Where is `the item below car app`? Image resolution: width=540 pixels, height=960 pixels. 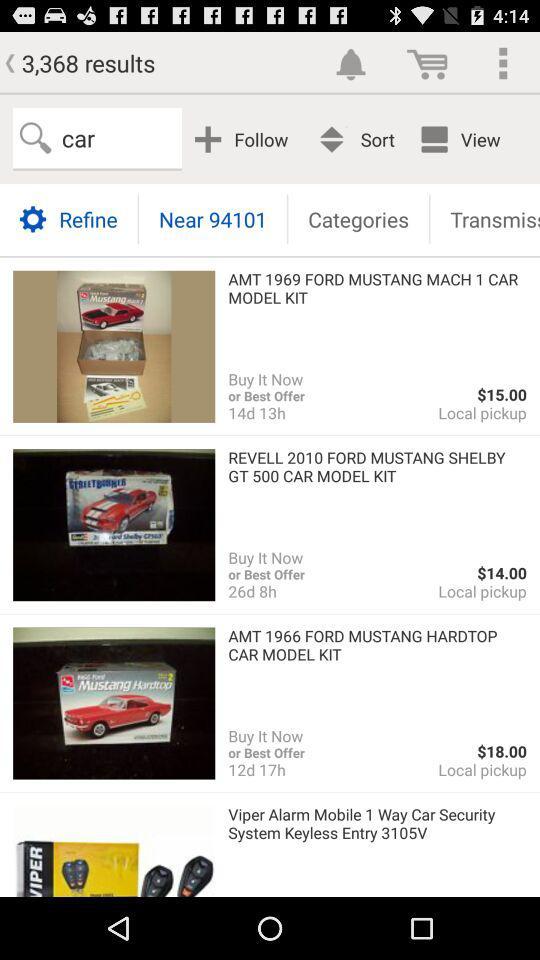 the item below car app is located at coordinates (67, 218).